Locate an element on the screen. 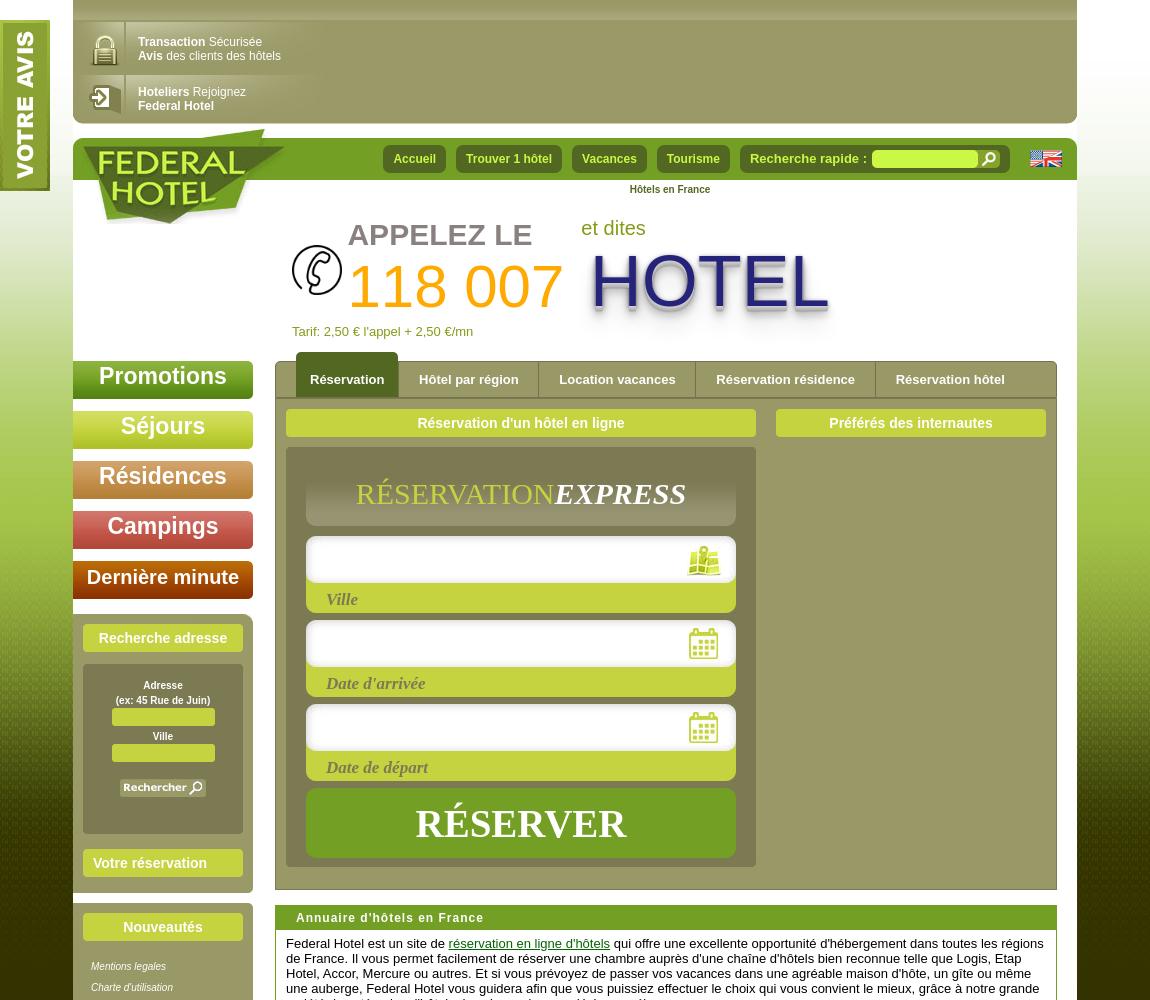 The height and width of the screenshot is (1000, 1150). 'Date de départ' is located at coordinates (376, 767).